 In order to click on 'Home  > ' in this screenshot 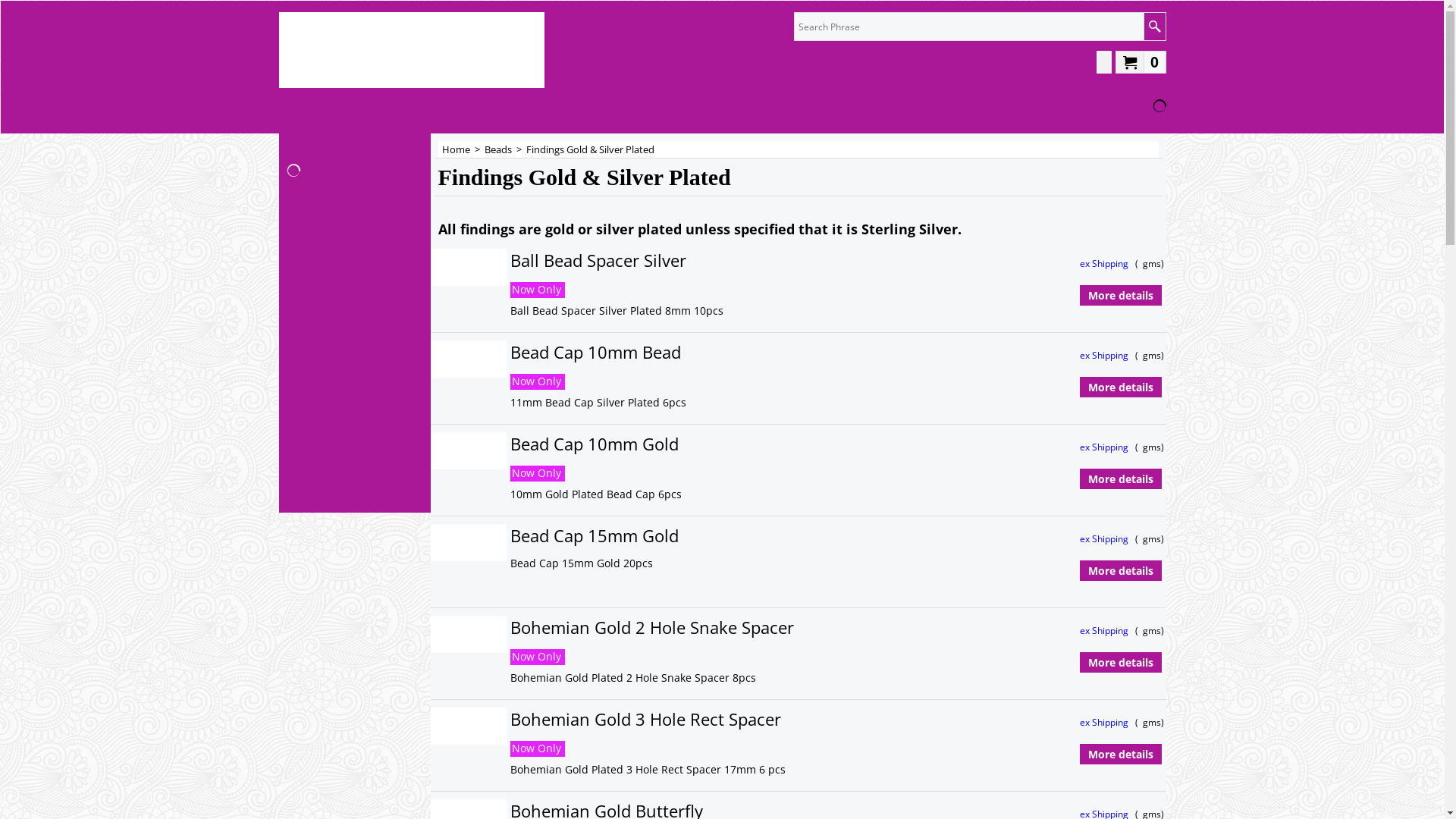, I will do `click(461, 149)`.